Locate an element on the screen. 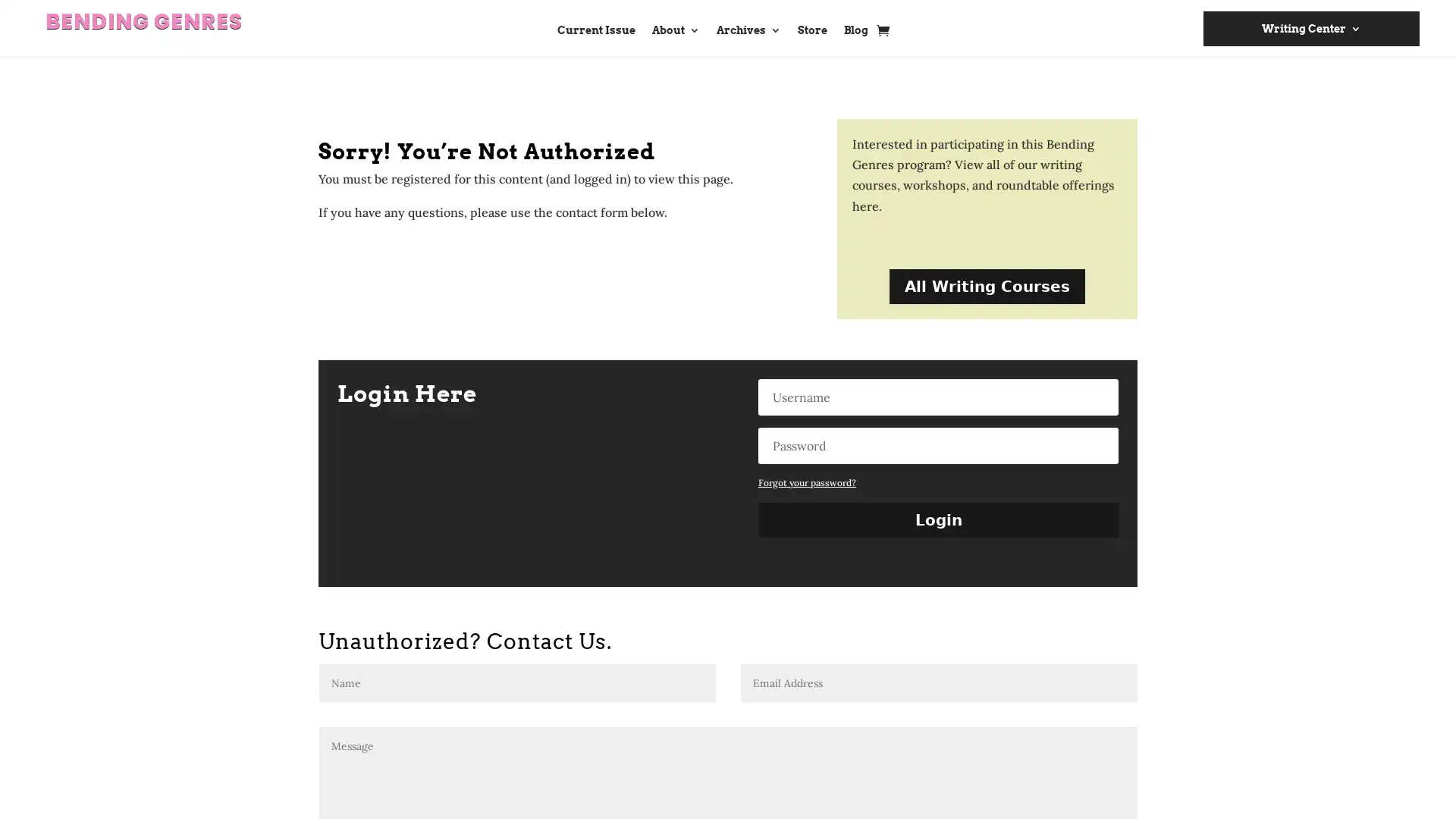 This screenshot has height=819, width=1456. Login is located at coordinates (937, 519).